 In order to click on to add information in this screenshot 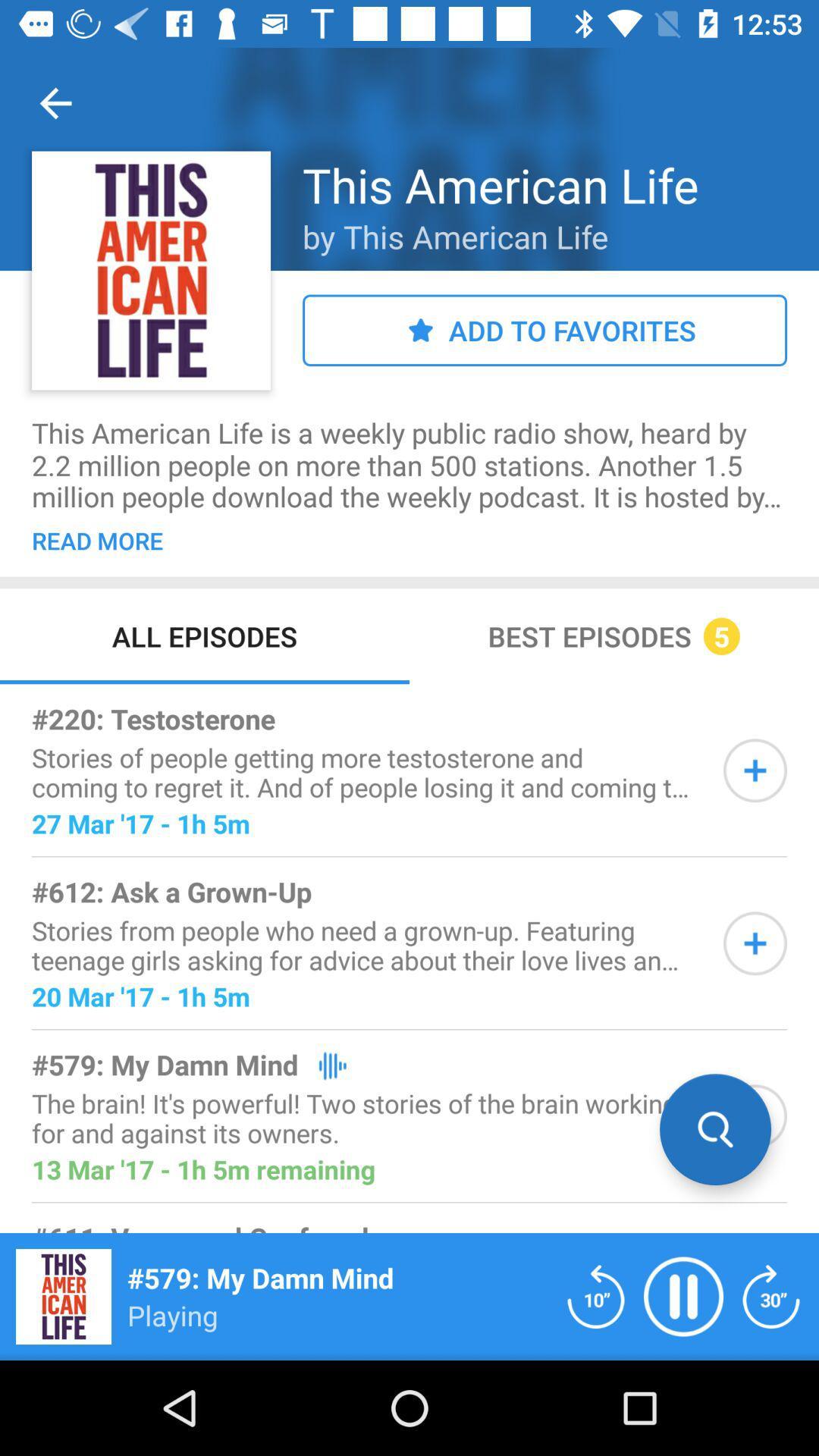, I will do `click(755, 943)`.